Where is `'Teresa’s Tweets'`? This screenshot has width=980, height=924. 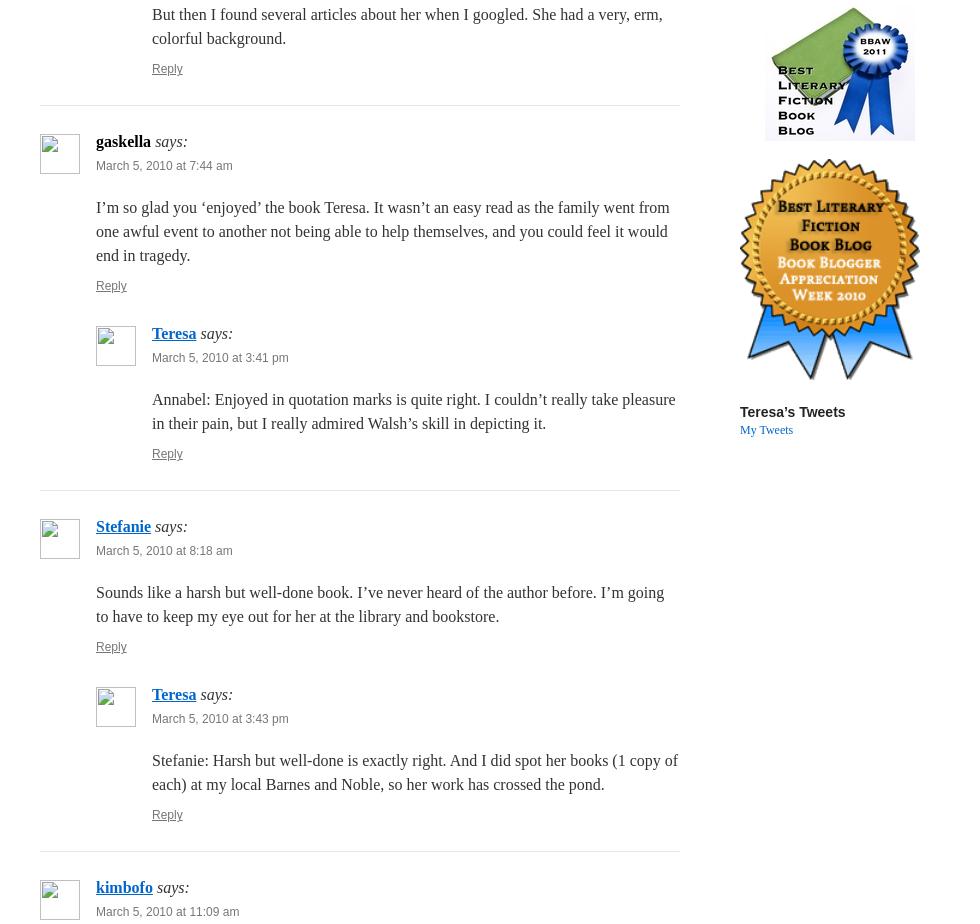
'Teresa’s Tweets' is located at coordinates (792, 410).